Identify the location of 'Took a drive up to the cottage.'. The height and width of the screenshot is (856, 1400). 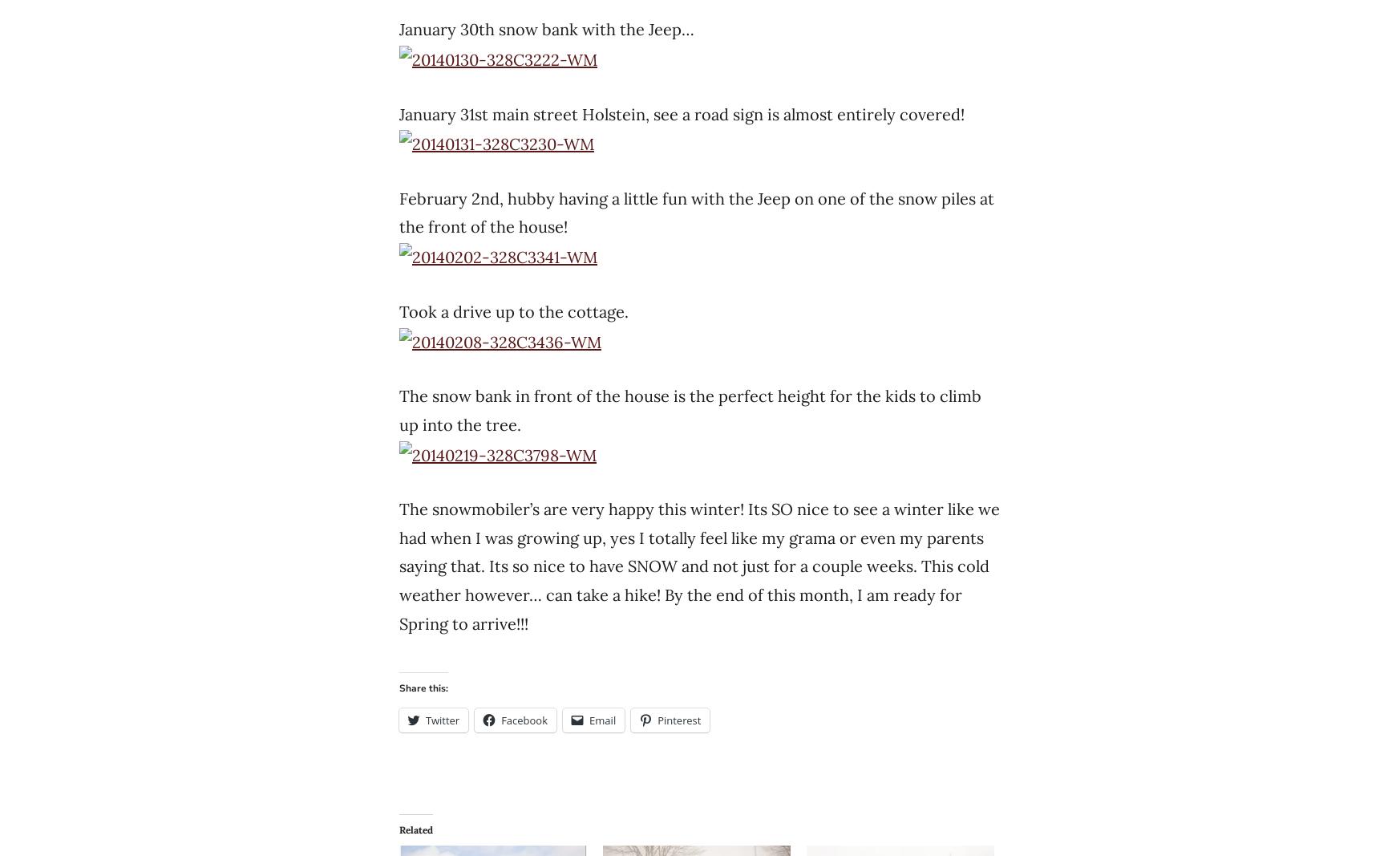
(513, 310).